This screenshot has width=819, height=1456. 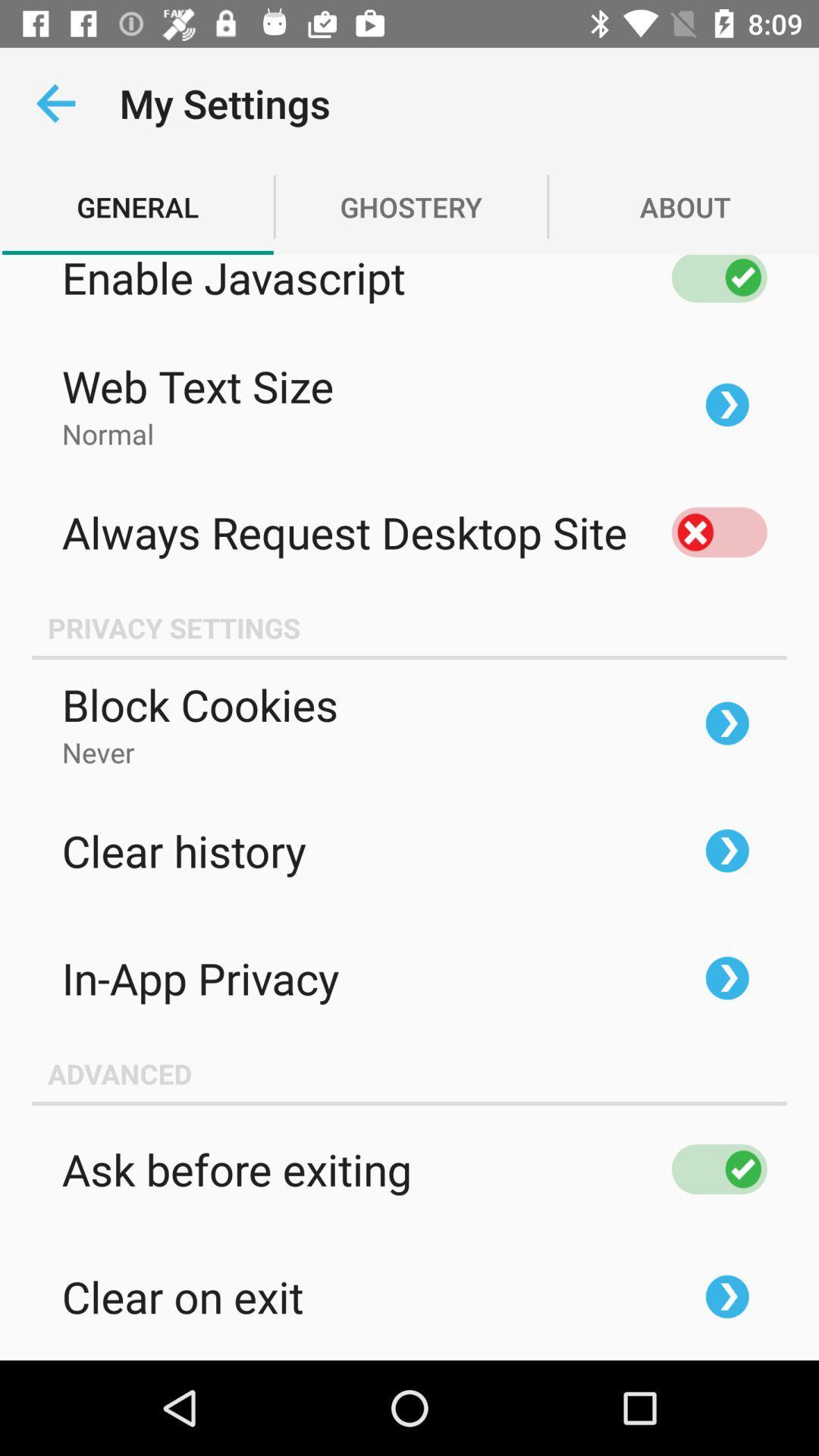 I want to click on item above the general, so click(x=55, y=102).